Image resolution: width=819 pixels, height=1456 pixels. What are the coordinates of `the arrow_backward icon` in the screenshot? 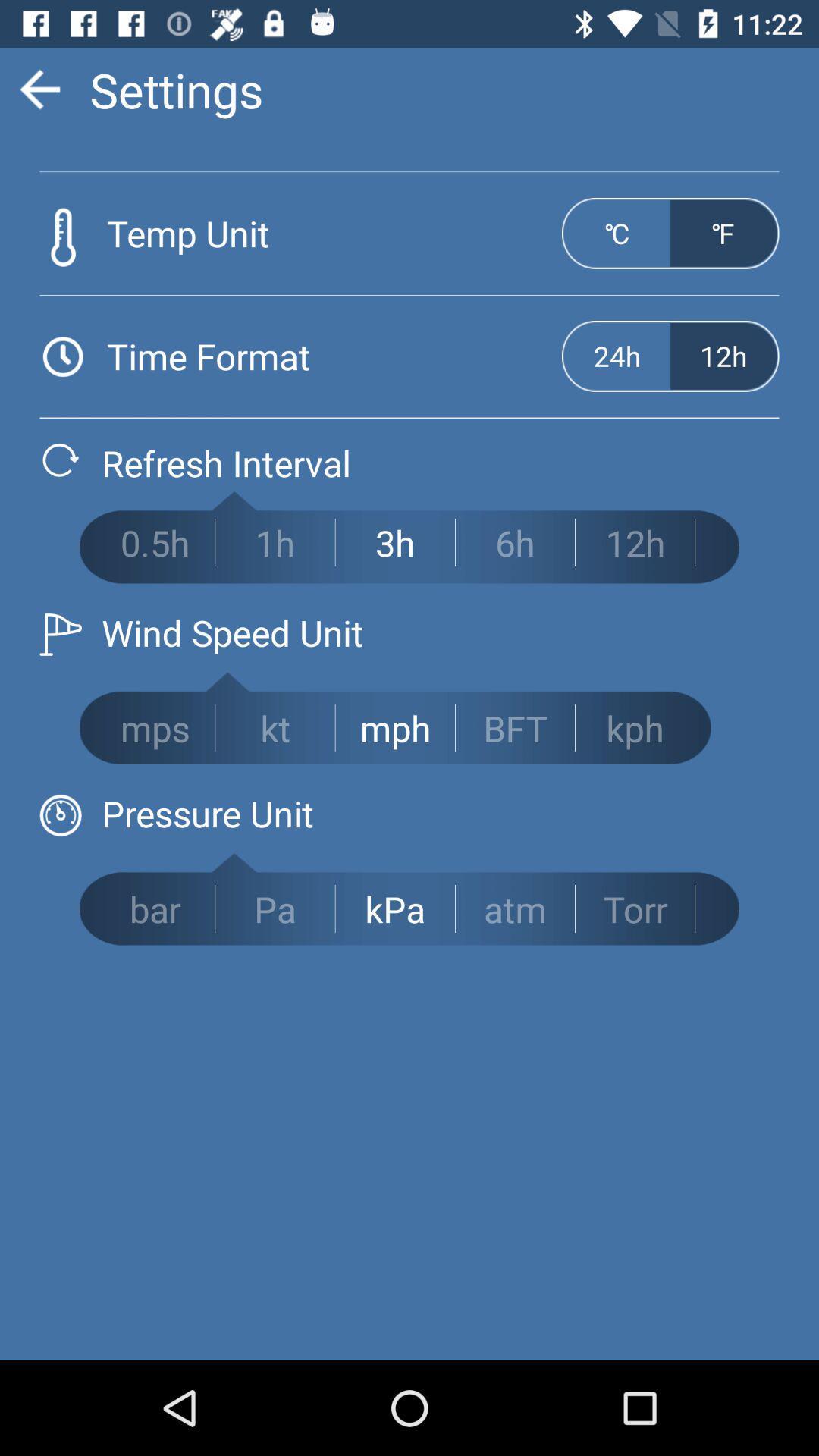 It's located at (39, 89).